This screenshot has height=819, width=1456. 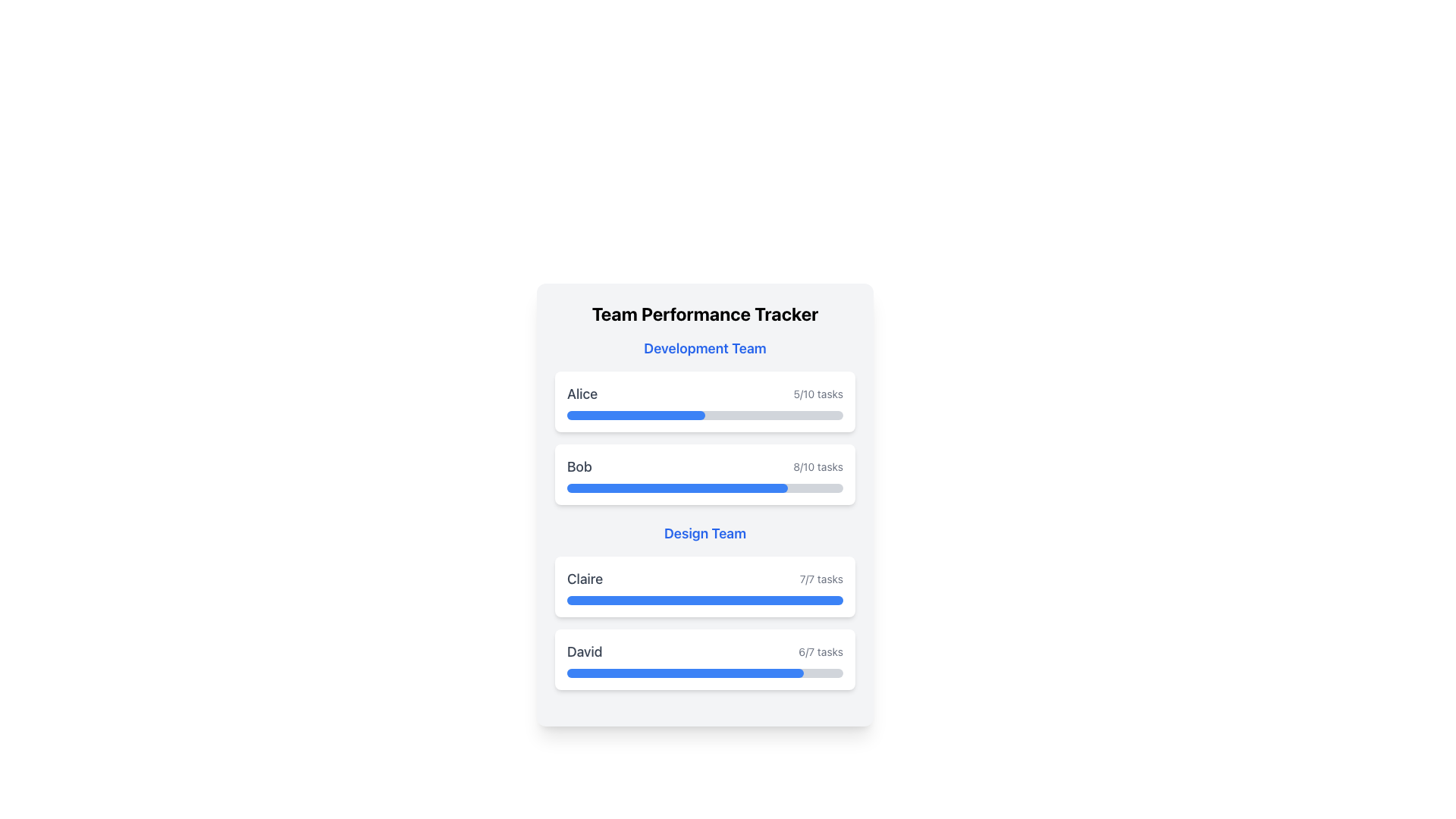 What do you see at coordinates (704, 605) in the screenshot?
I see `information displayed in the Informational Panel titled 'Design Team', which includes the progress of team members Claire and David` at bounding box center [704, 605].